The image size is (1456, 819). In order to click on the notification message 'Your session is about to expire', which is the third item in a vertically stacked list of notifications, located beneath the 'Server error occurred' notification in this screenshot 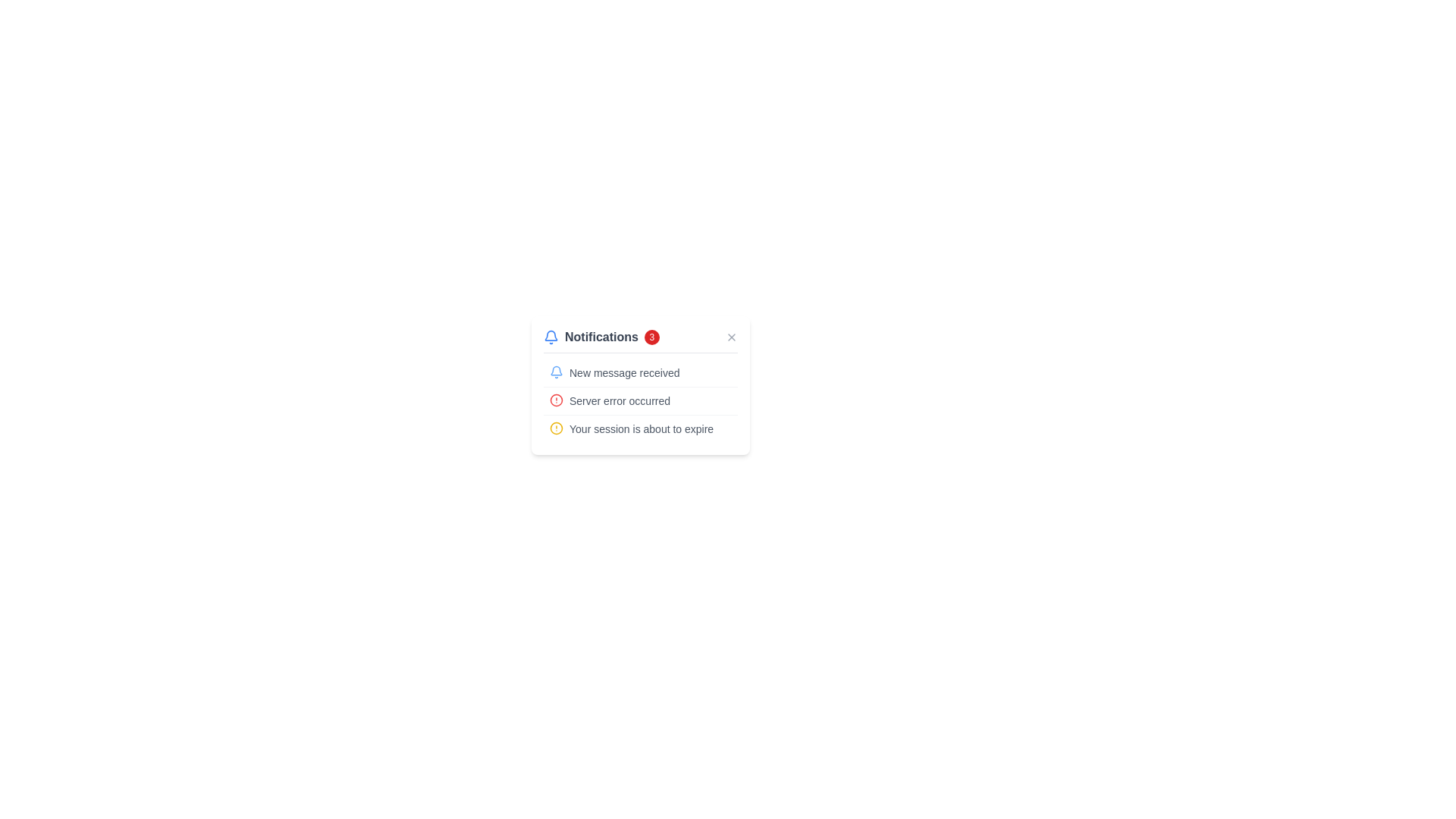, I will do `click(640, 428)`.